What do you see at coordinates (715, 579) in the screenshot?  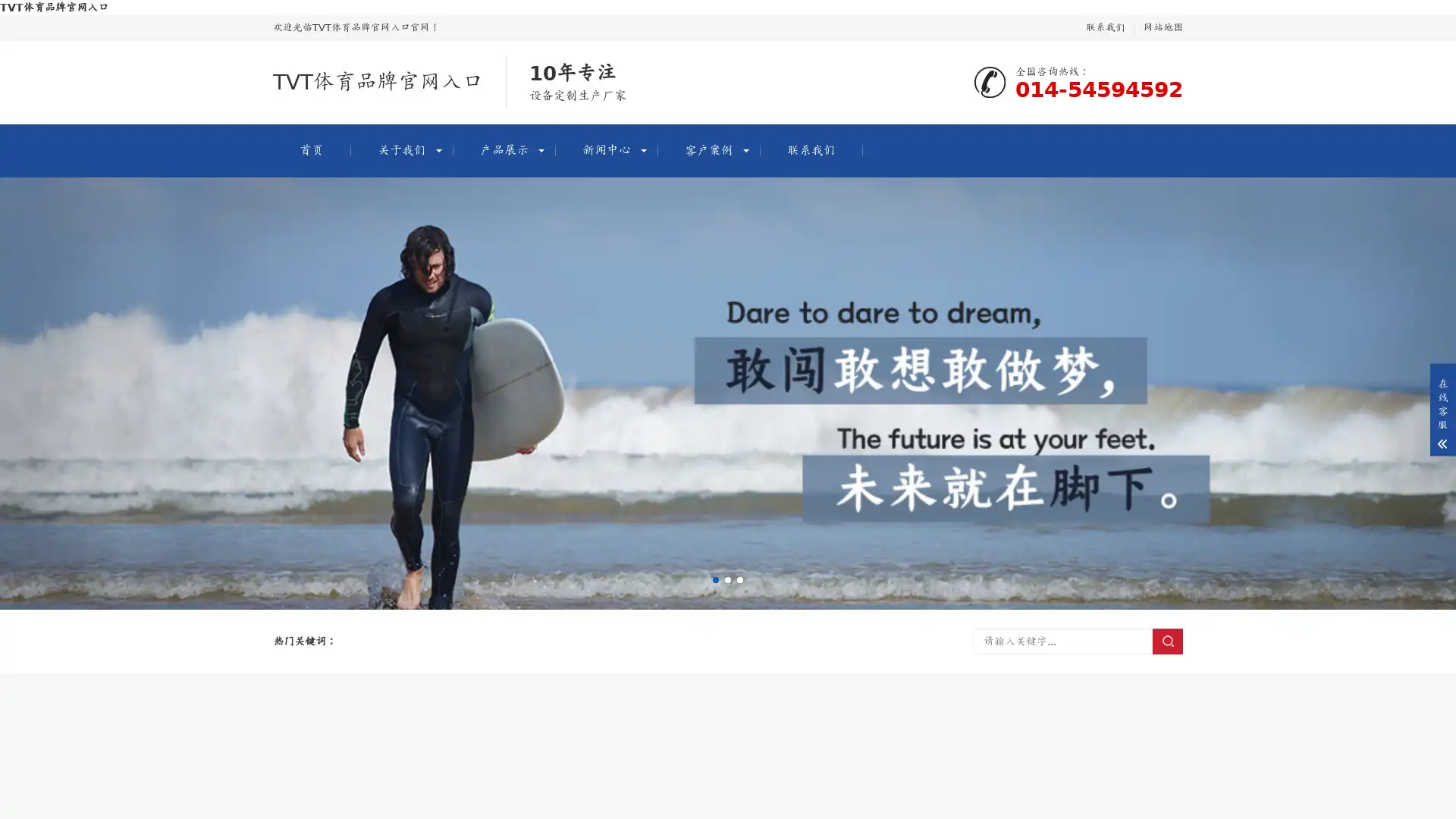 I see `Go to slide 1` at bounding box center [715, 579].